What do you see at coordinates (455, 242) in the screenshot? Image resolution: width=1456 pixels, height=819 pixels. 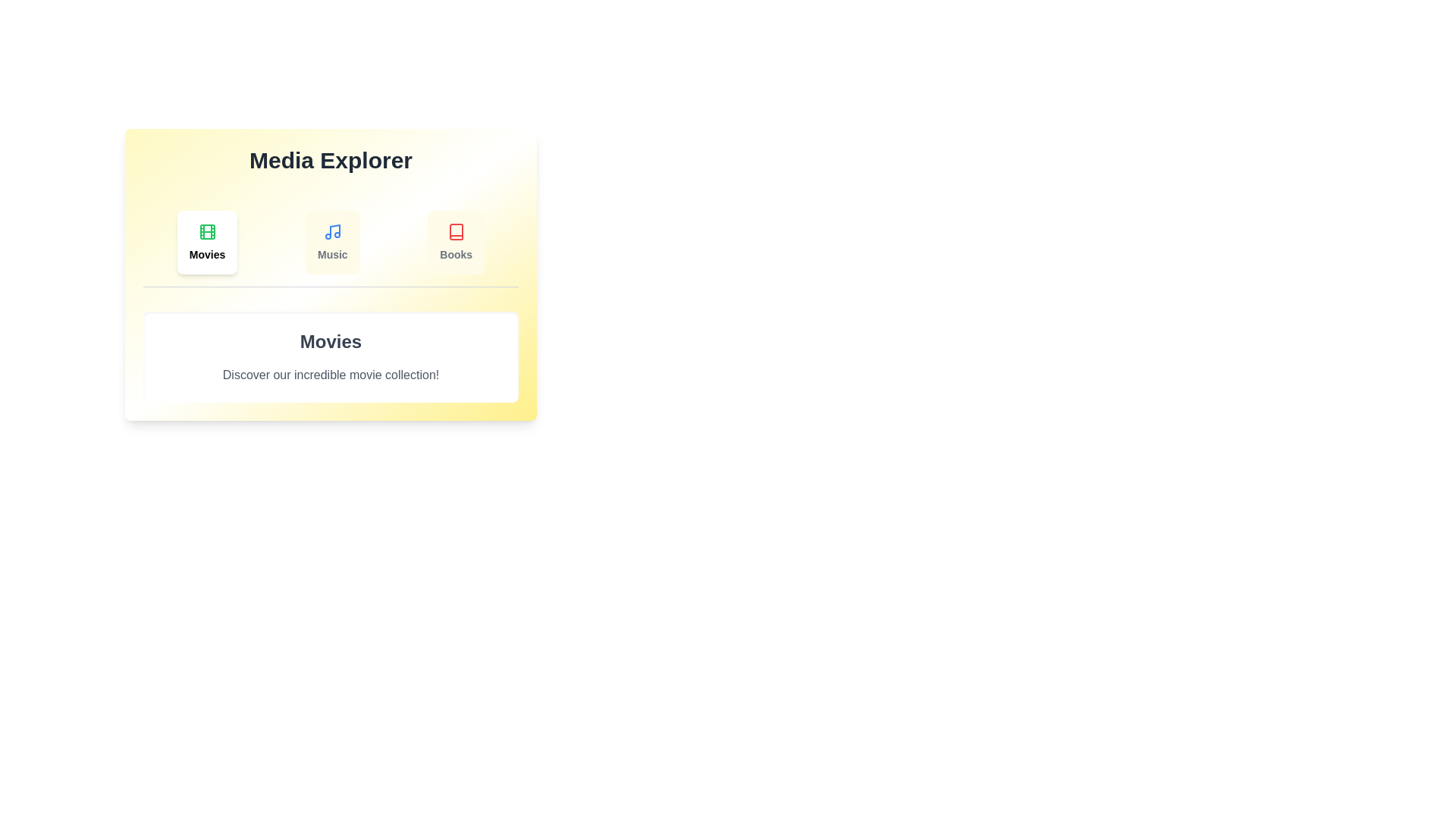 I see `the tab labeled Books` at bounding box center [455, 242].